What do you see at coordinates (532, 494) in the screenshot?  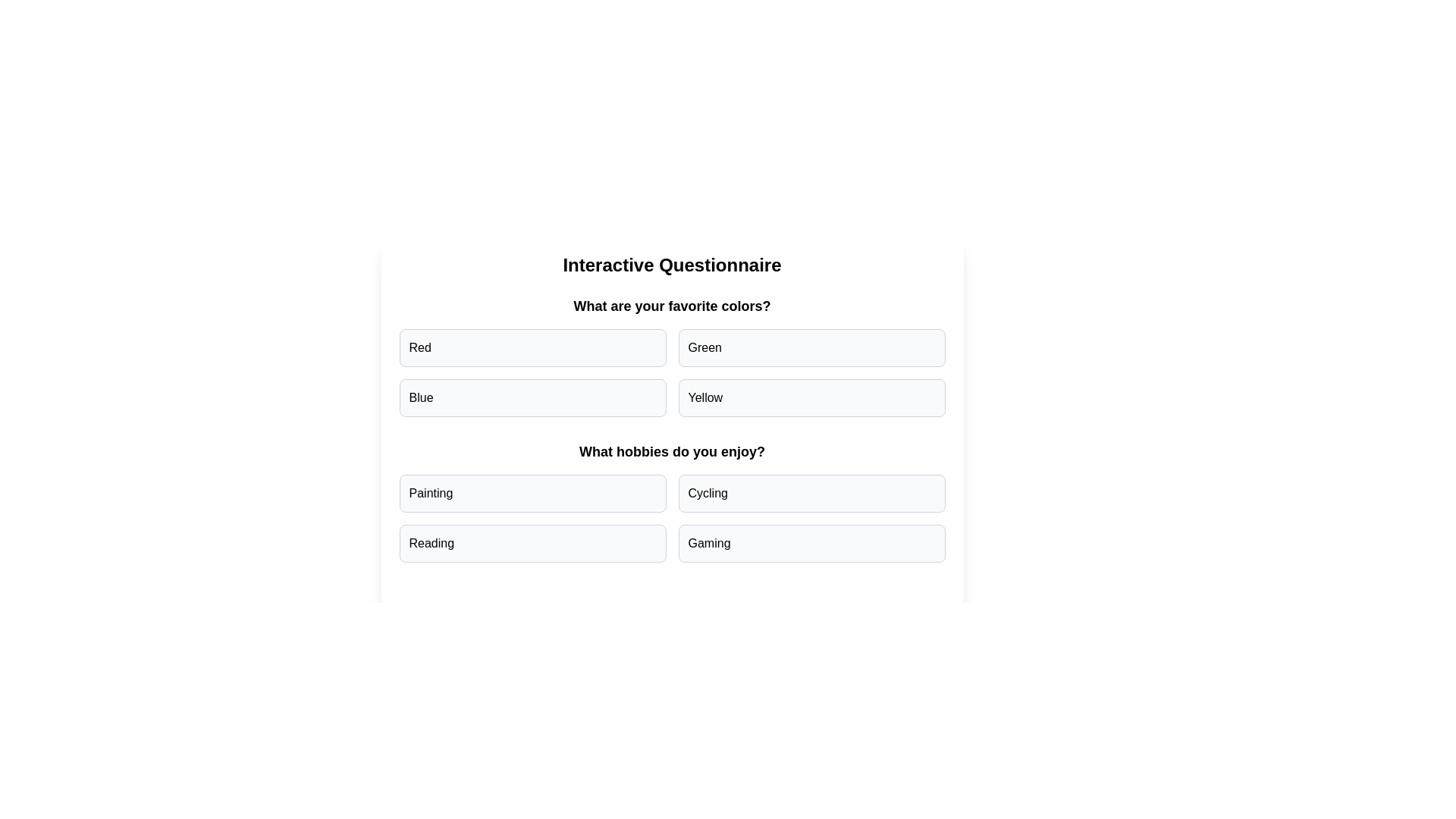 I see `the answer option Painting for the question What hobbies do you enjoy?` at bounding box center [532, 494].